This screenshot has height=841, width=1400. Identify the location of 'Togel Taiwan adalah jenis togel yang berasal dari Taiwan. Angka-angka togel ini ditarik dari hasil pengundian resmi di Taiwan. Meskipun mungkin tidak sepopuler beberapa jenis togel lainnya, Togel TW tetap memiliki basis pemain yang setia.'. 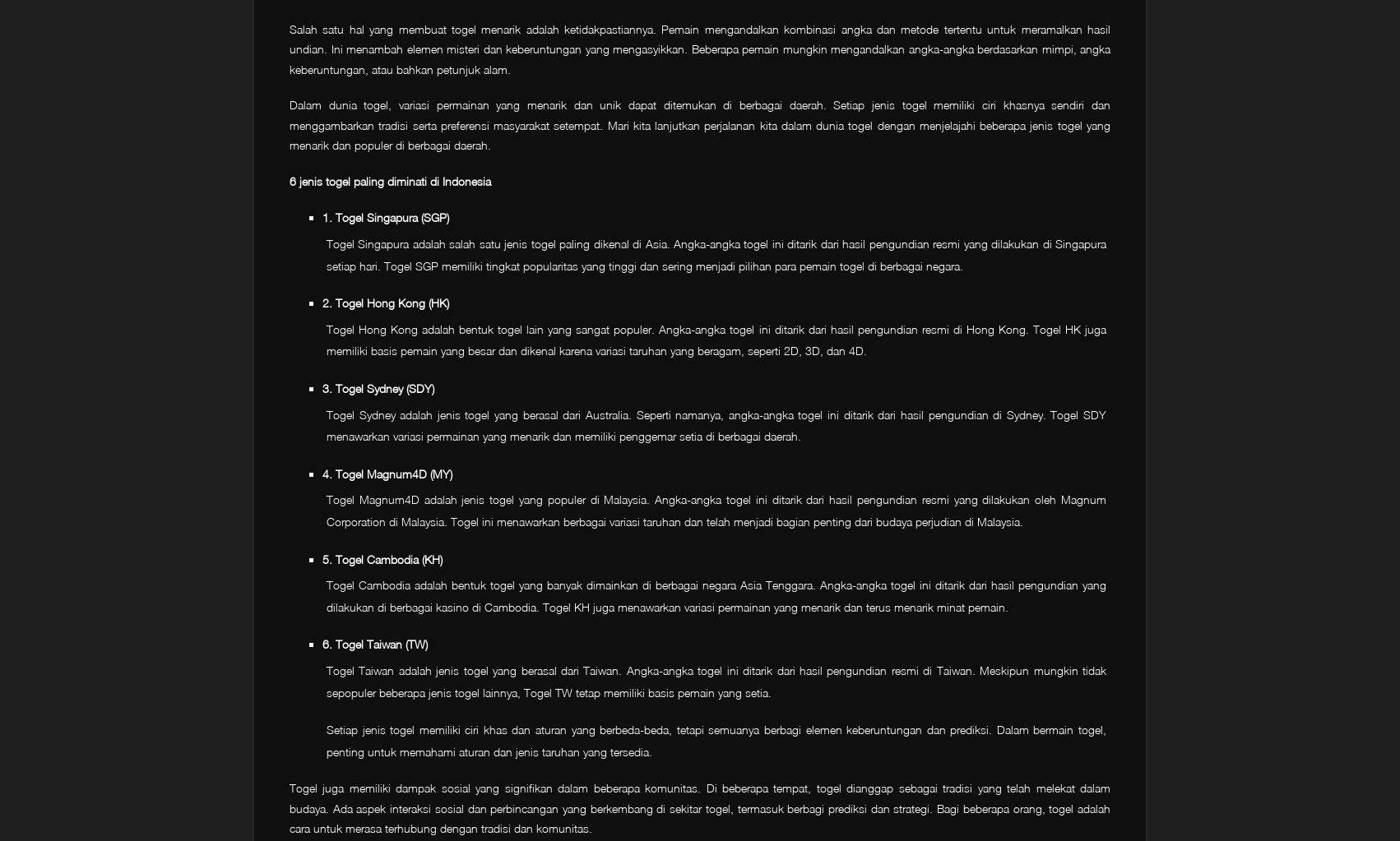
(716, 680).